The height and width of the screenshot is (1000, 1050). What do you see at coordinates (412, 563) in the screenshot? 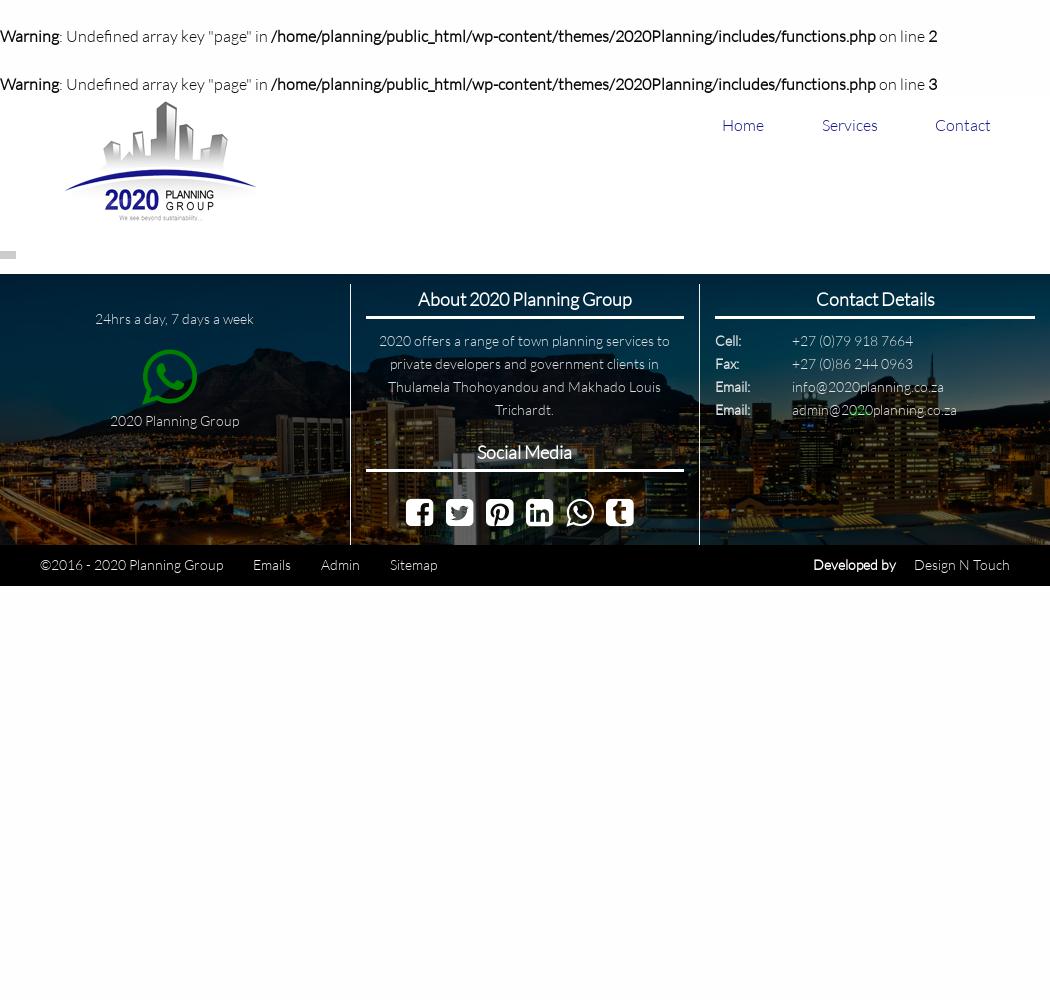
I see `'Sitemap'` at bounding box center [412, 563].